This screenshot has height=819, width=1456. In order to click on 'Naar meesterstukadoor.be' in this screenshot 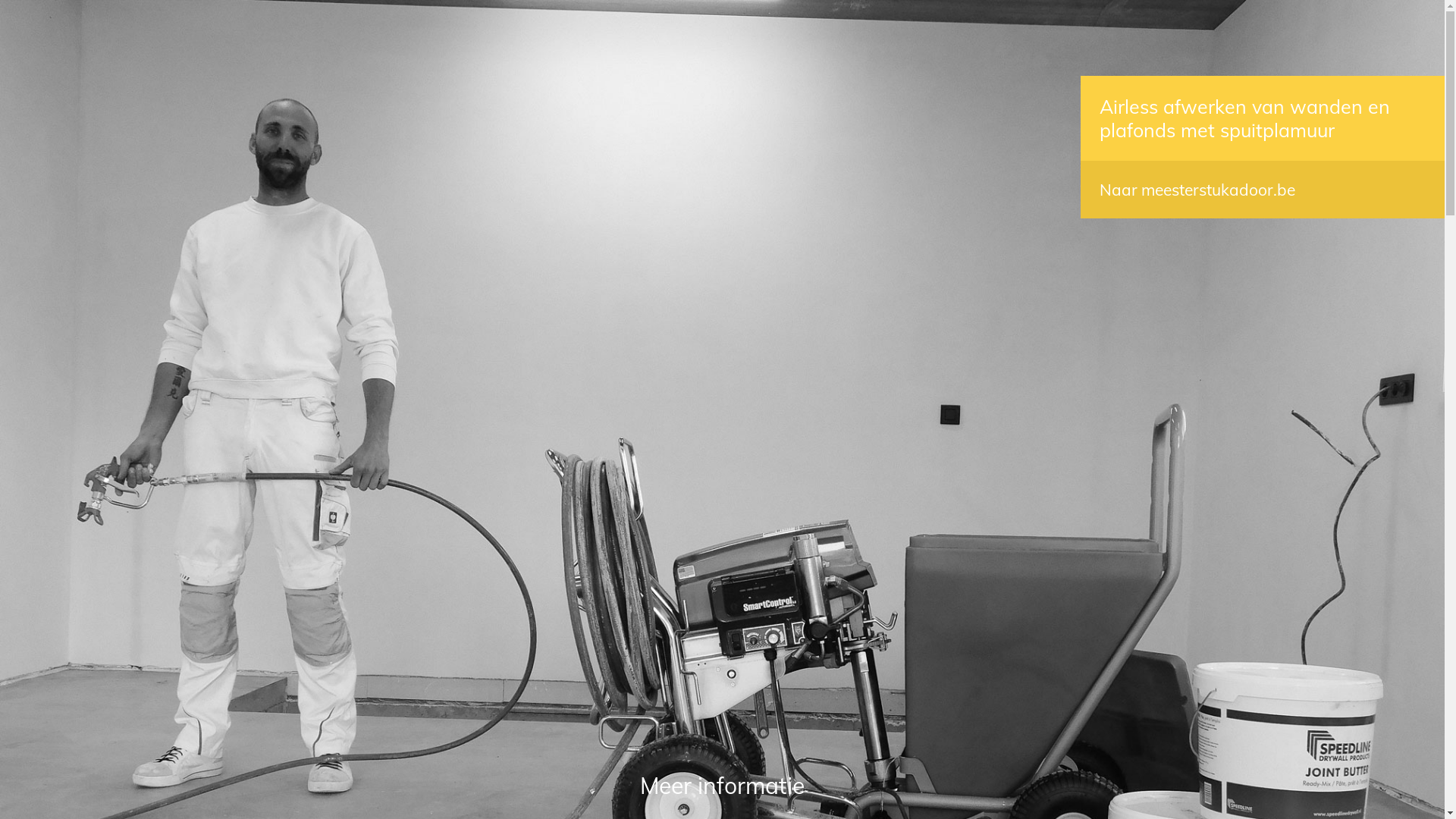, I will do `click(1197, 189)`.